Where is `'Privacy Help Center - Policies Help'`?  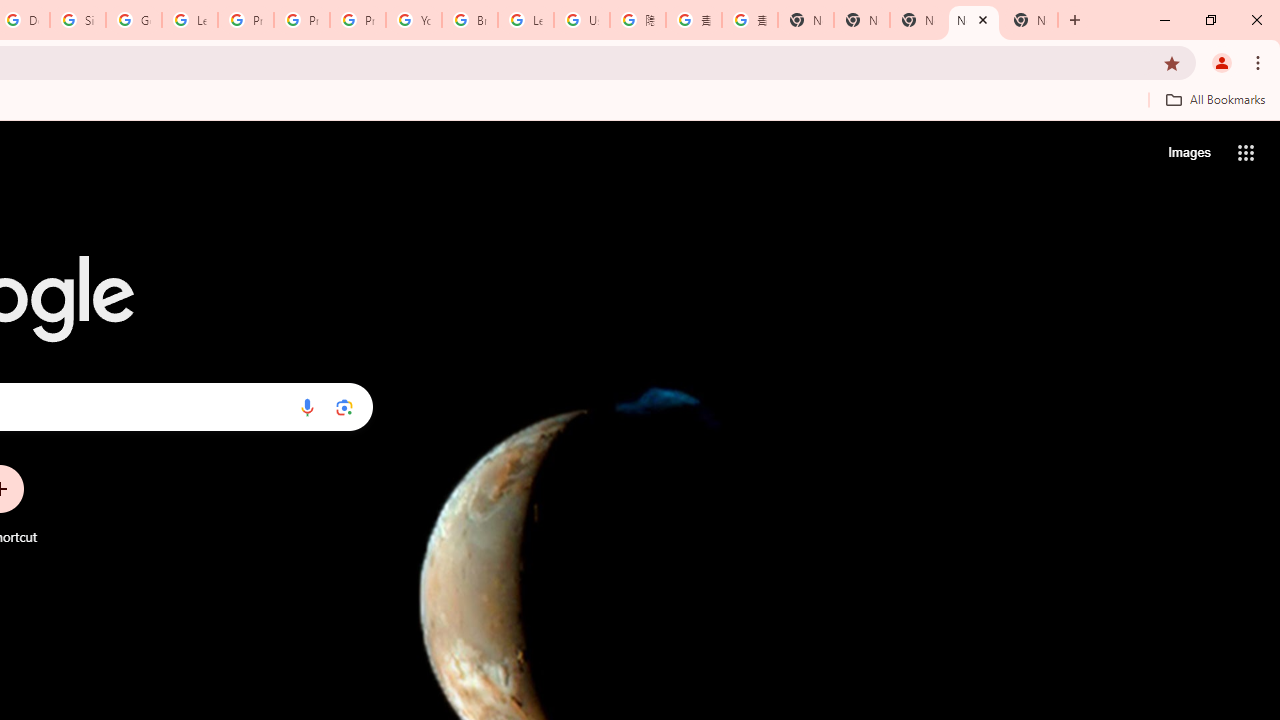
'Privacy Help Center - Policies Help' is located at coordinates (244, 20).